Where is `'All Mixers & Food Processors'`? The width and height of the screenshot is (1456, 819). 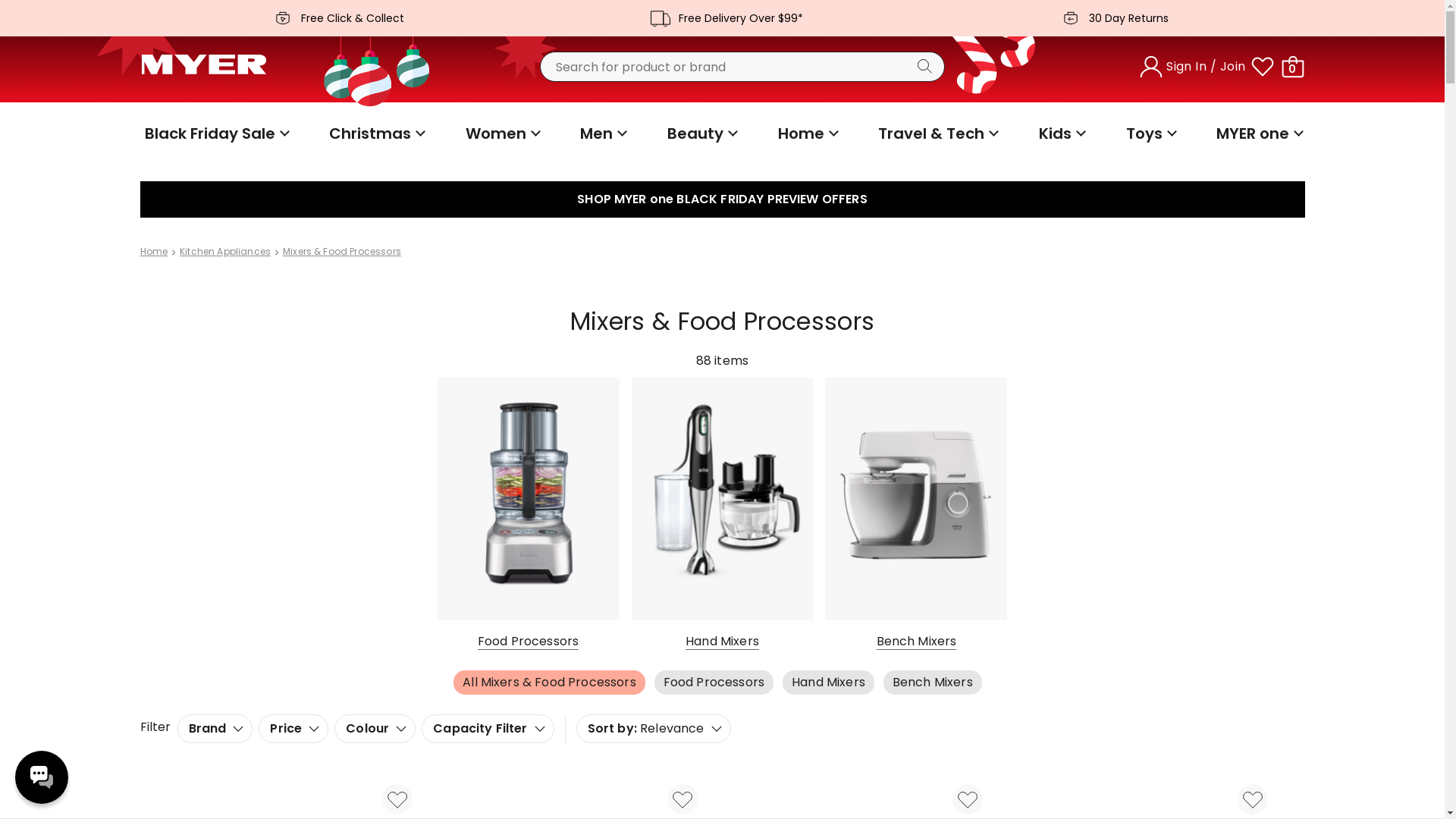 'All Mixers & Food Processors' is located at coordinates (453, 681).